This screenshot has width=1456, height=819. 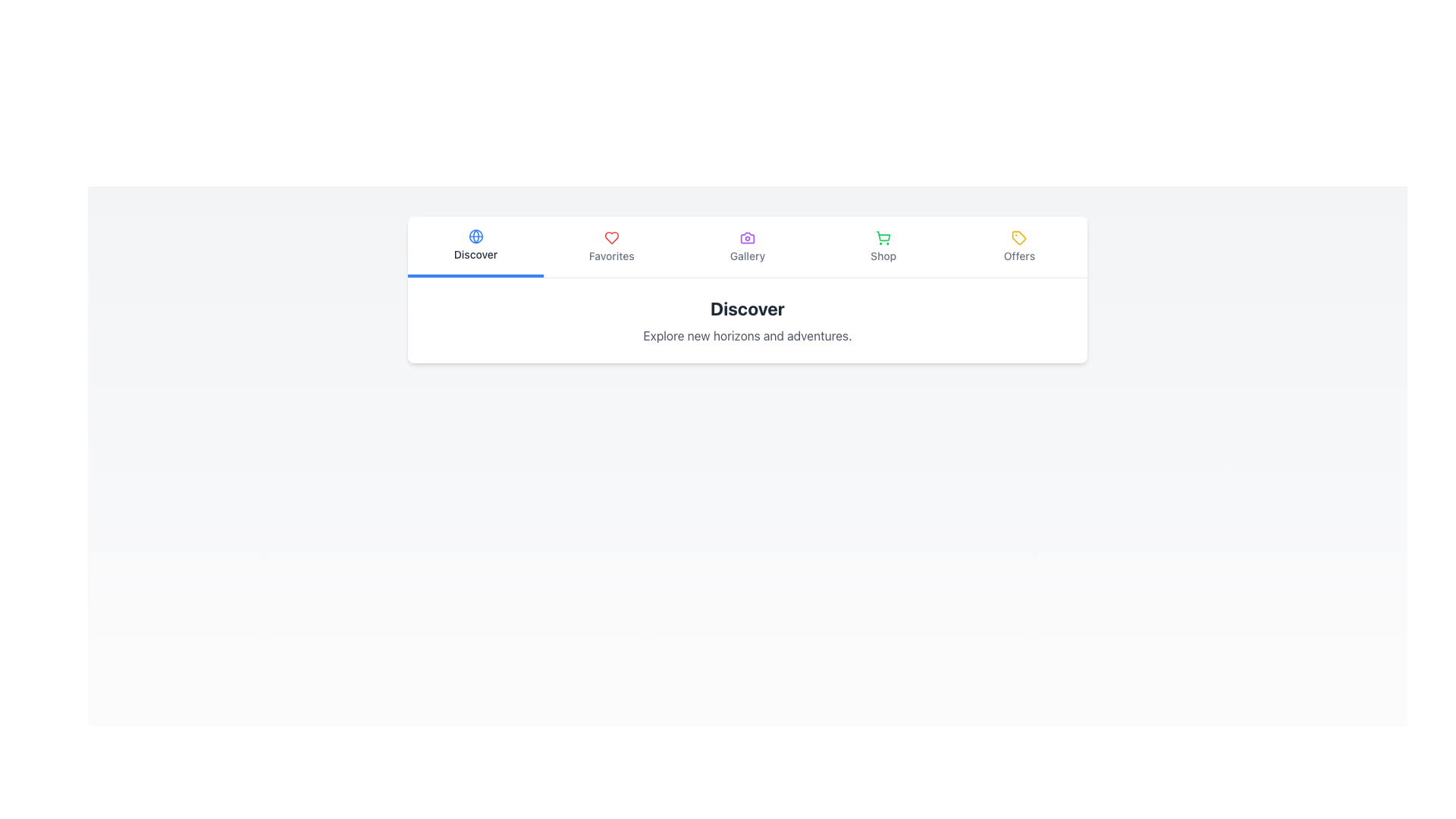 I want to click on the 'Offers' menu option, which is the fifth option in the horizontal navigation bar, so click(x=1019, y=246).